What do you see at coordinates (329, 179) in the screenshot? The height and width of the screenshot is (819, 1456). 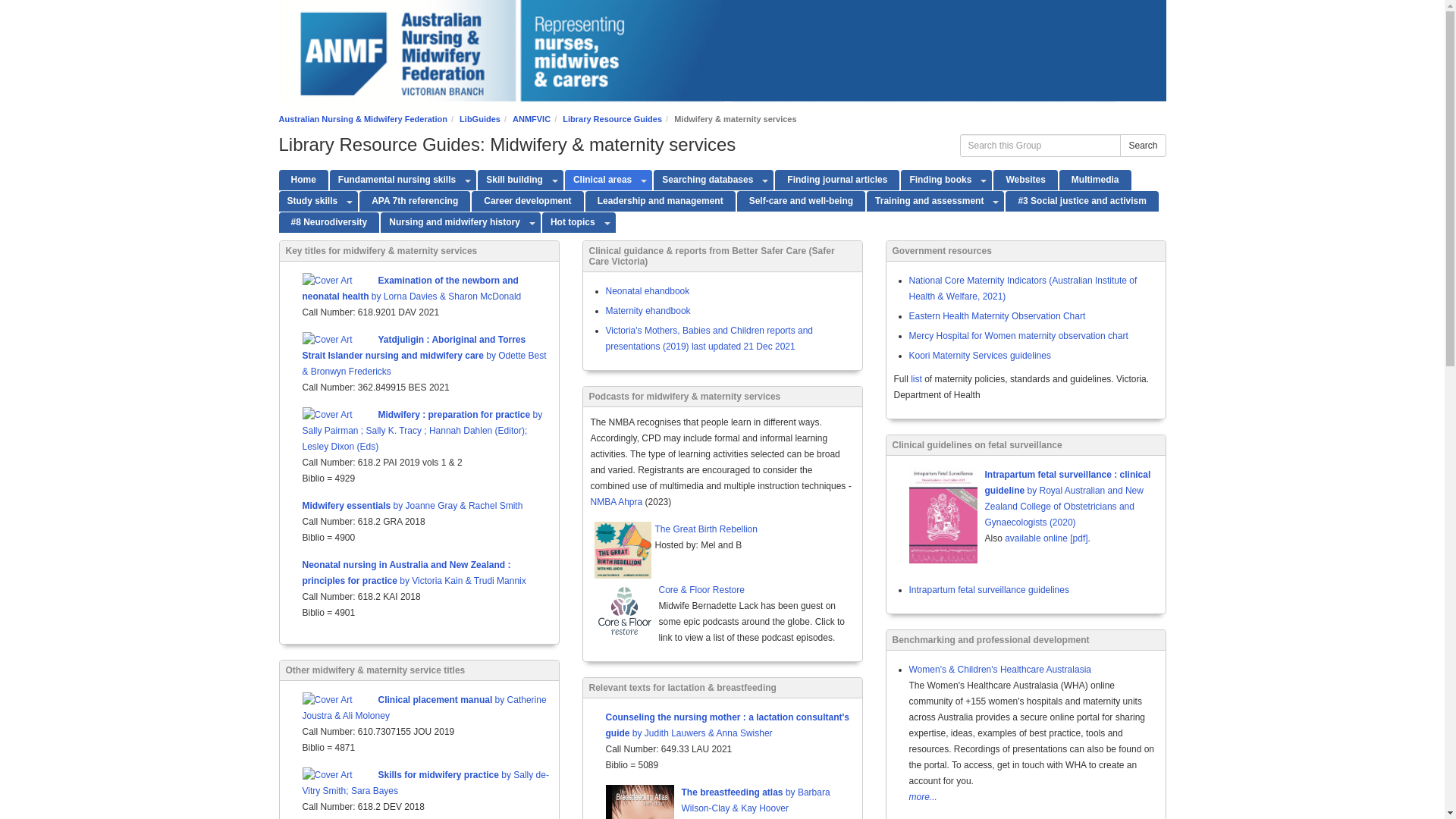 I see `'Fundamental nursing skills'` at bounding box center [329, 179].